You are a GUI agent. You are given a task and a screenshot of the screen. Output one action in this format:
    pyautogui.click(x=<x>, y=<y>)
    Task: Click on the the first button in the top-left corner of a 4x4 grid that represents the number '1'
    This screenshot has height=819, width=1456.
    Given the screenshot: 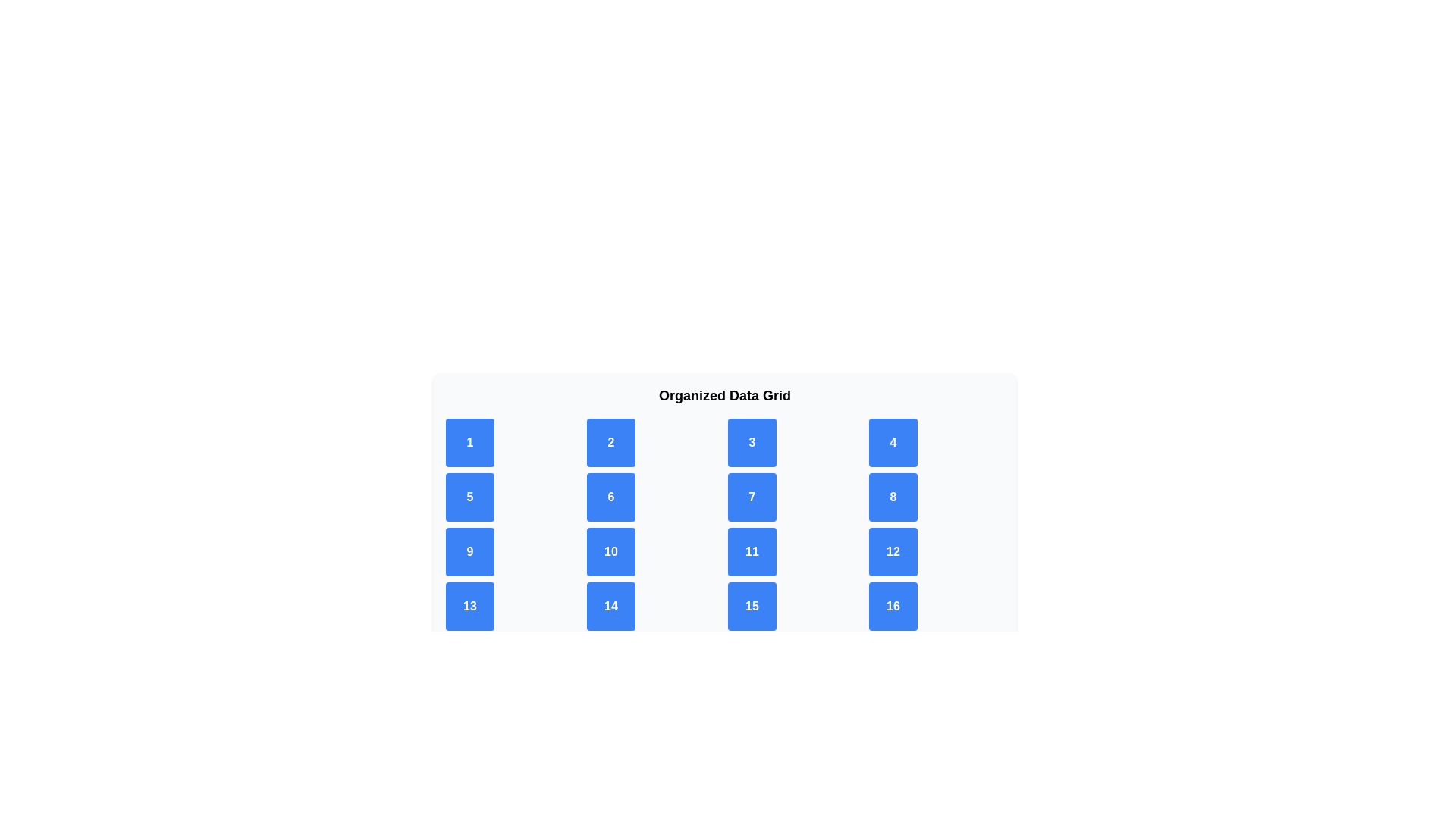 What is the action you would take?
    pyautogui.click(x=469, y=442)
    